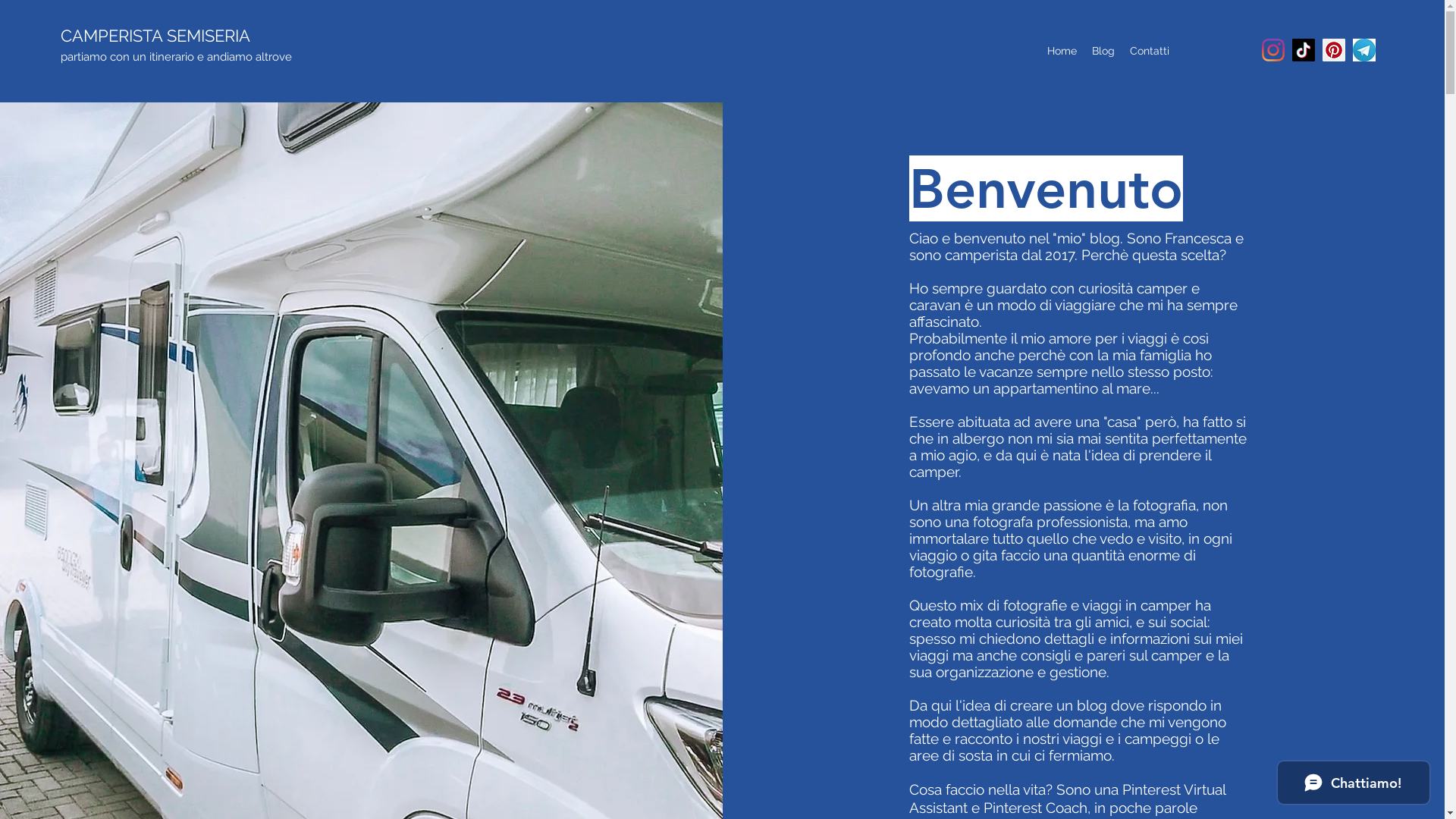 Image resolution: width=1456 pixels, height=819 pixels. Describe the element at coordinates (1150, 49) in the screenshot. I see `'Contatti'` at that location.